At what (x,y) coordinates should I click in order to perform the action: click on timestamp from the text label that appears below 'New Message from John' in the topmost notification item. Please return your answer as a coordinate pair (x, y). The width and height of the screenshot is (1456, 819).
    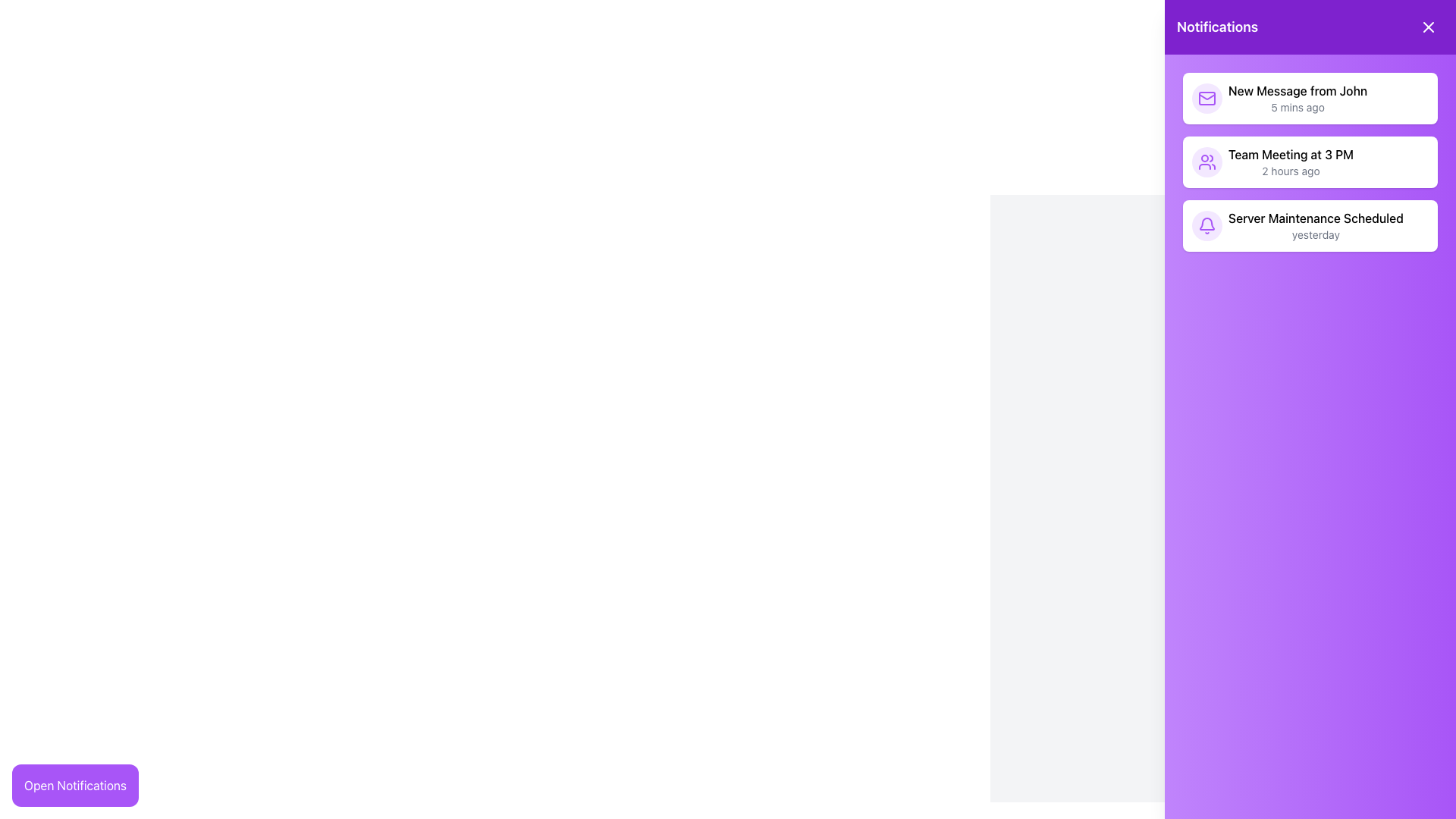
    Looking at the image, I should click on (1297, 107).